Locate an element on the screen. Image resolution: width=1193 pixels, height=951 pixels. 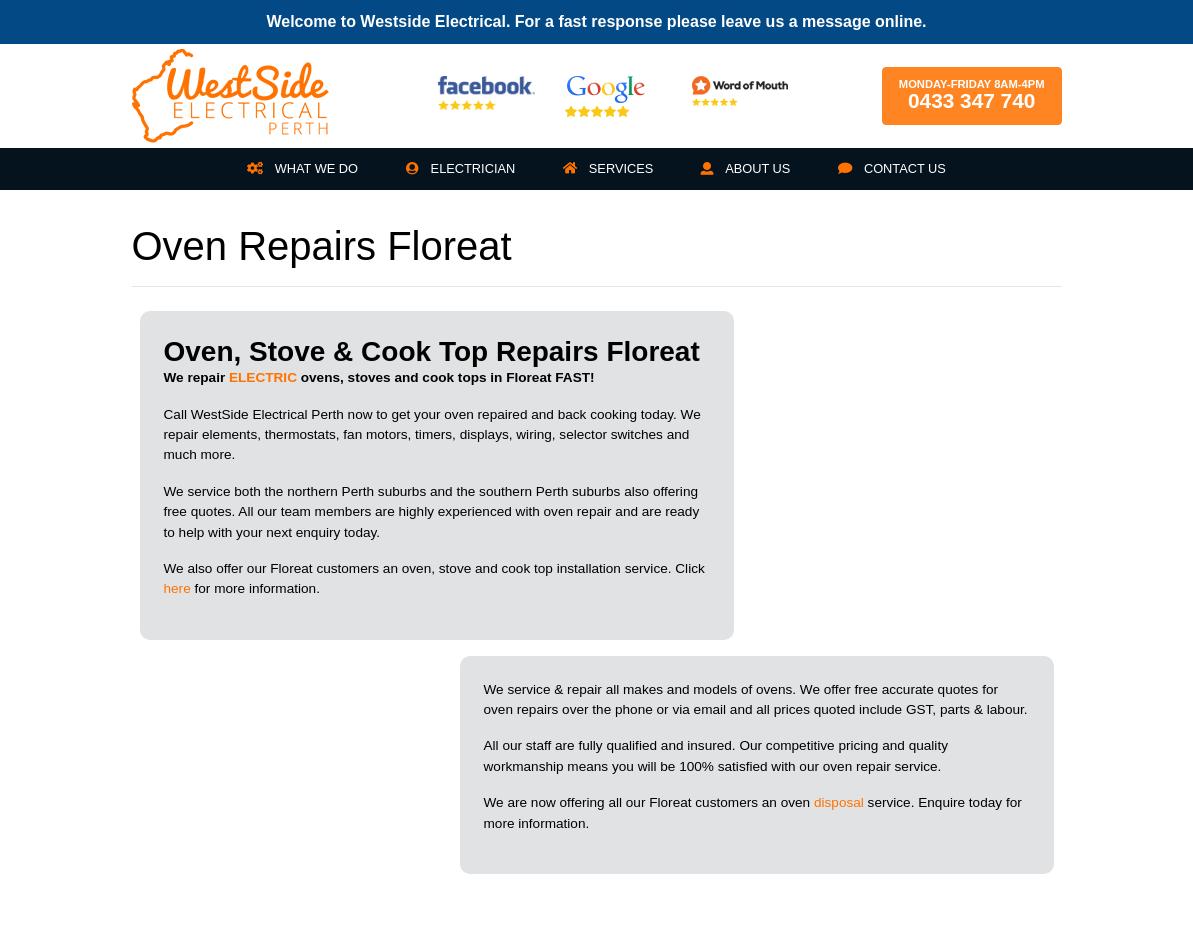
'Oven Repairs Floreat' is located at coordinates (130, 244).